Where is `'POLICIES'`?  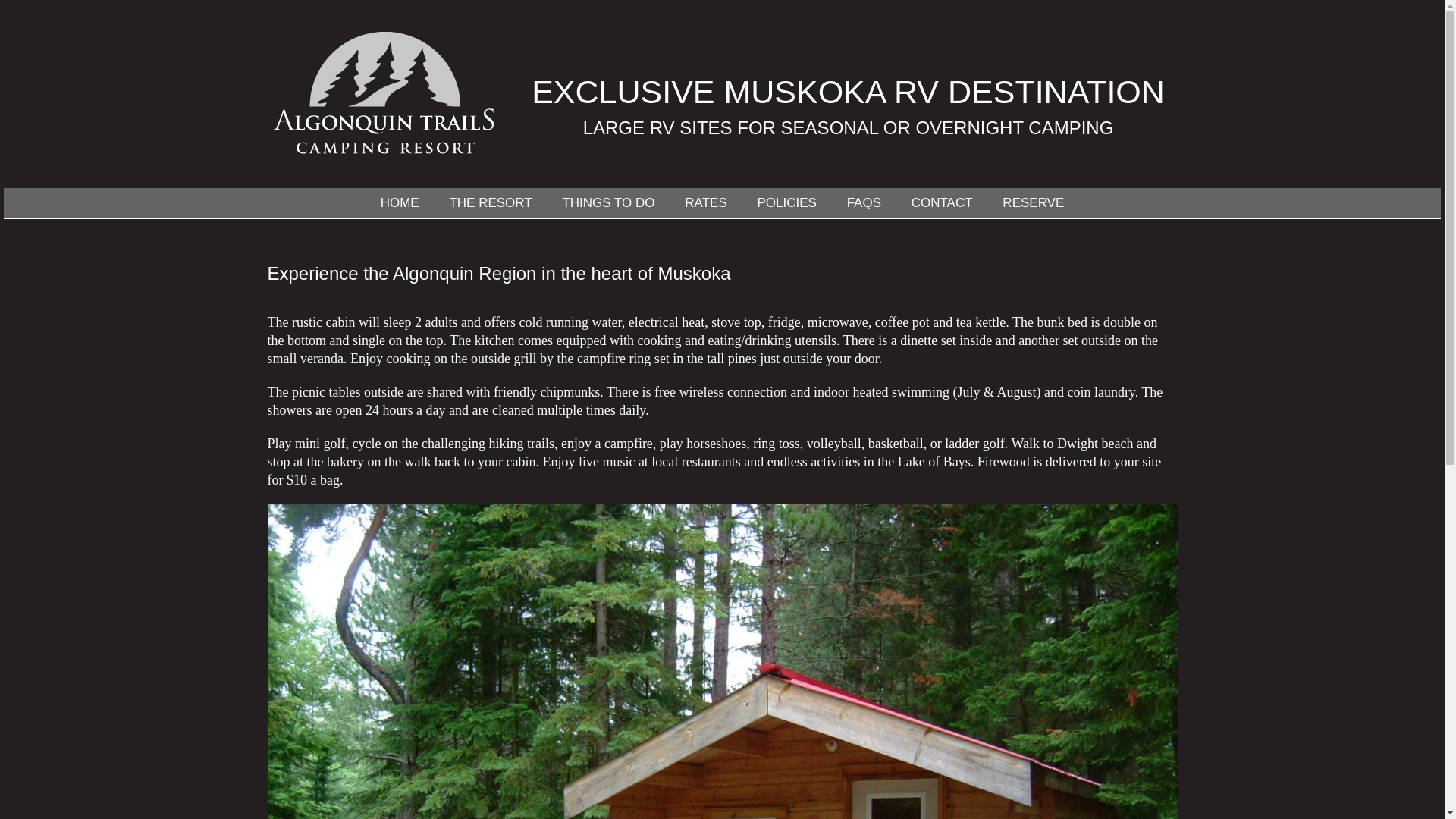 'POLICIES' is located at coordinates (786, 202).